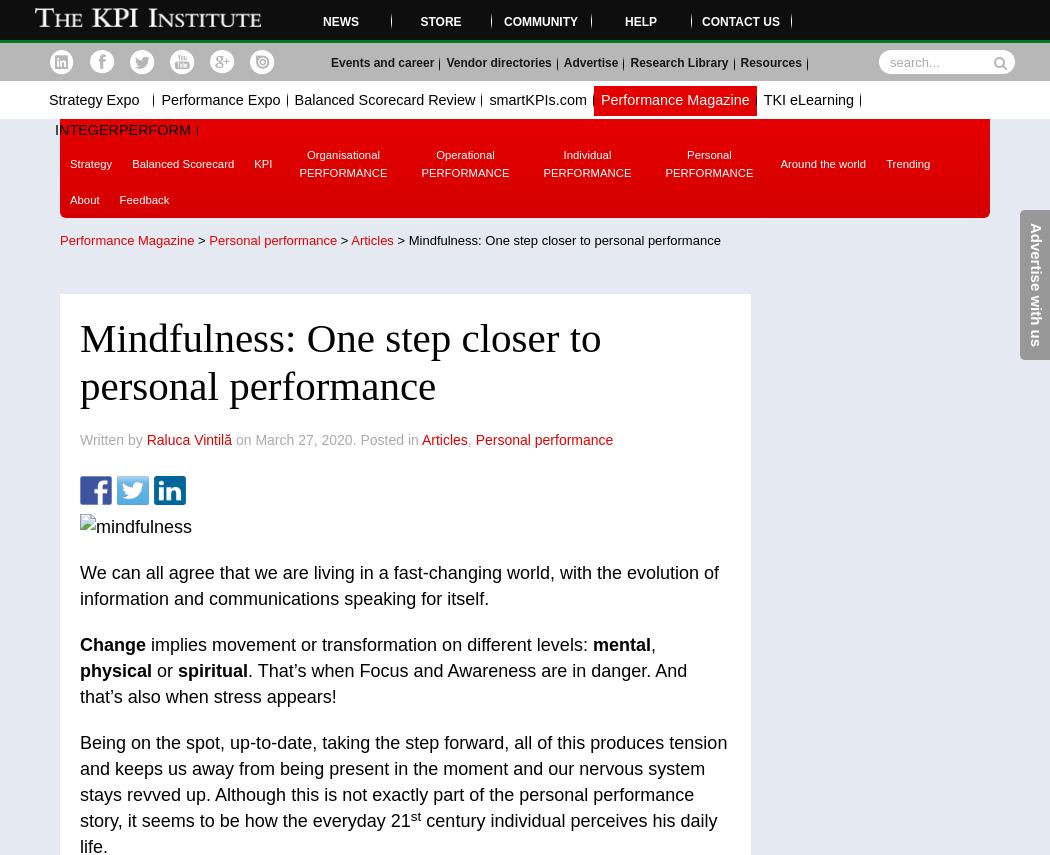  I want to click on 'March 27, 2020', so click(303, 438).